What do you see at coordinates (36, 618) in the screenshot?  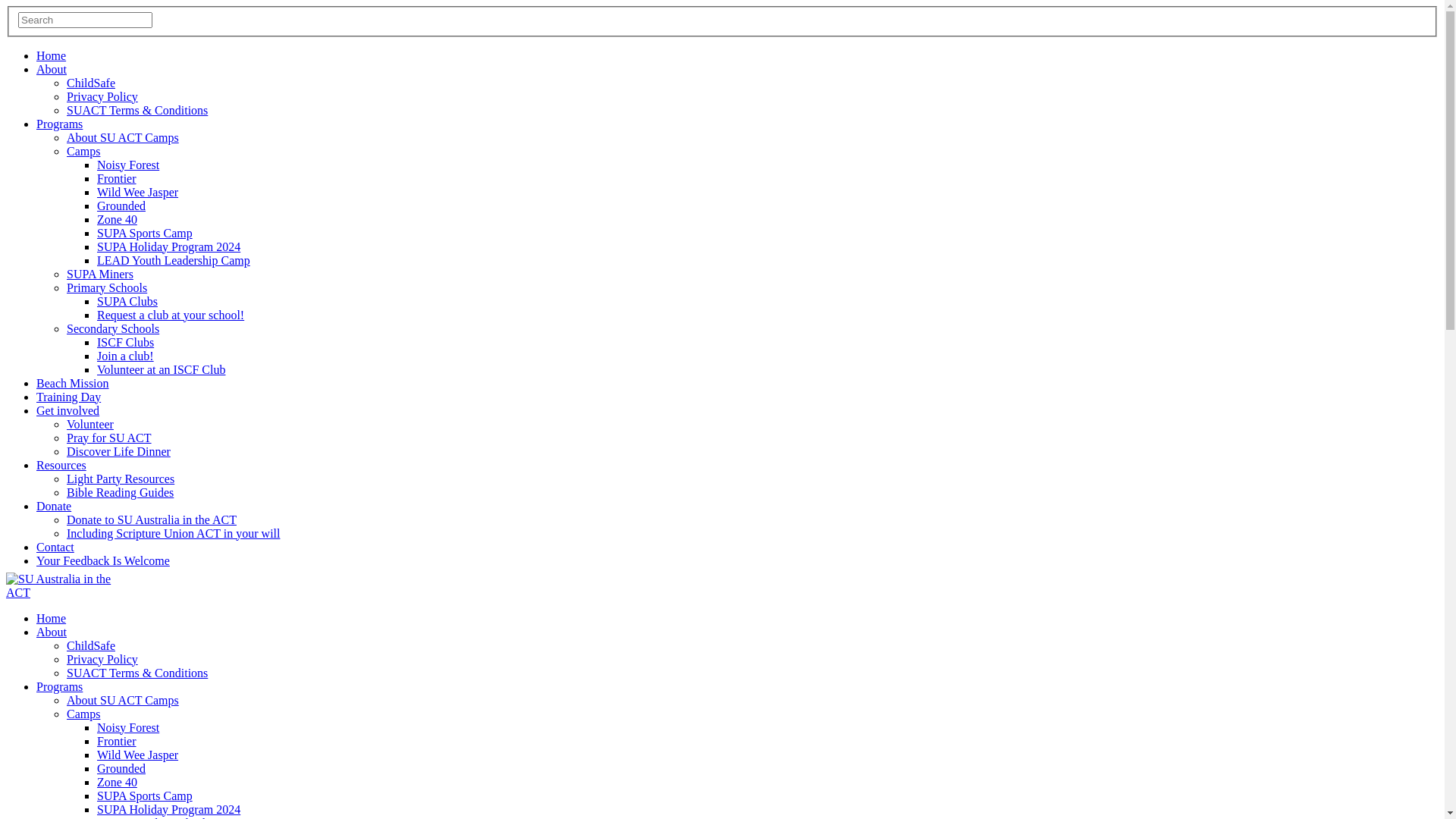 I see `'Home'` at bounding box center [36, 618].